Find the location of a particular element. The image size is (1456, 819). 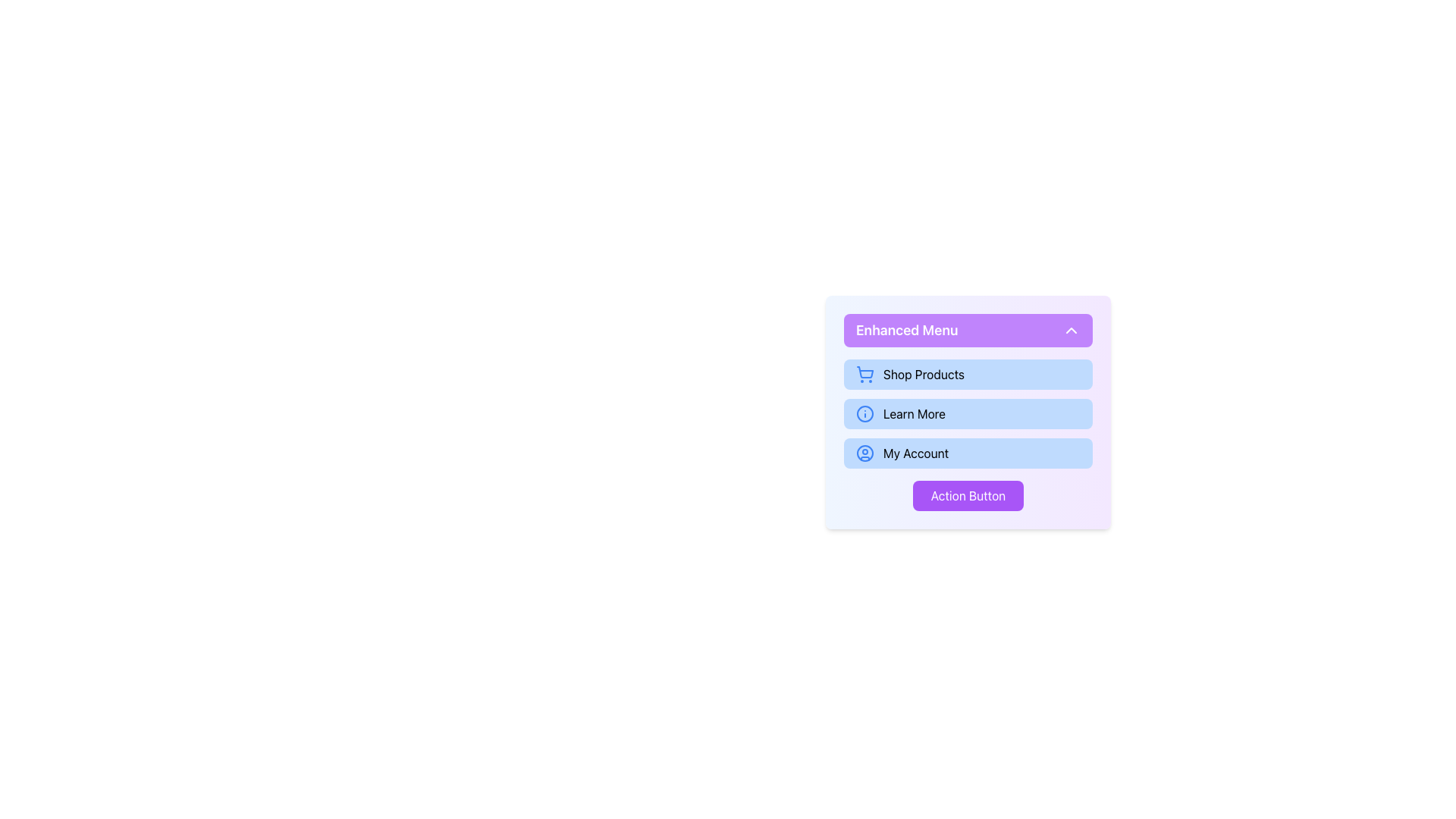

information of the shopping cart icon located in the upper section of the 'Shop Products' option is located at coordinates (865, 372).